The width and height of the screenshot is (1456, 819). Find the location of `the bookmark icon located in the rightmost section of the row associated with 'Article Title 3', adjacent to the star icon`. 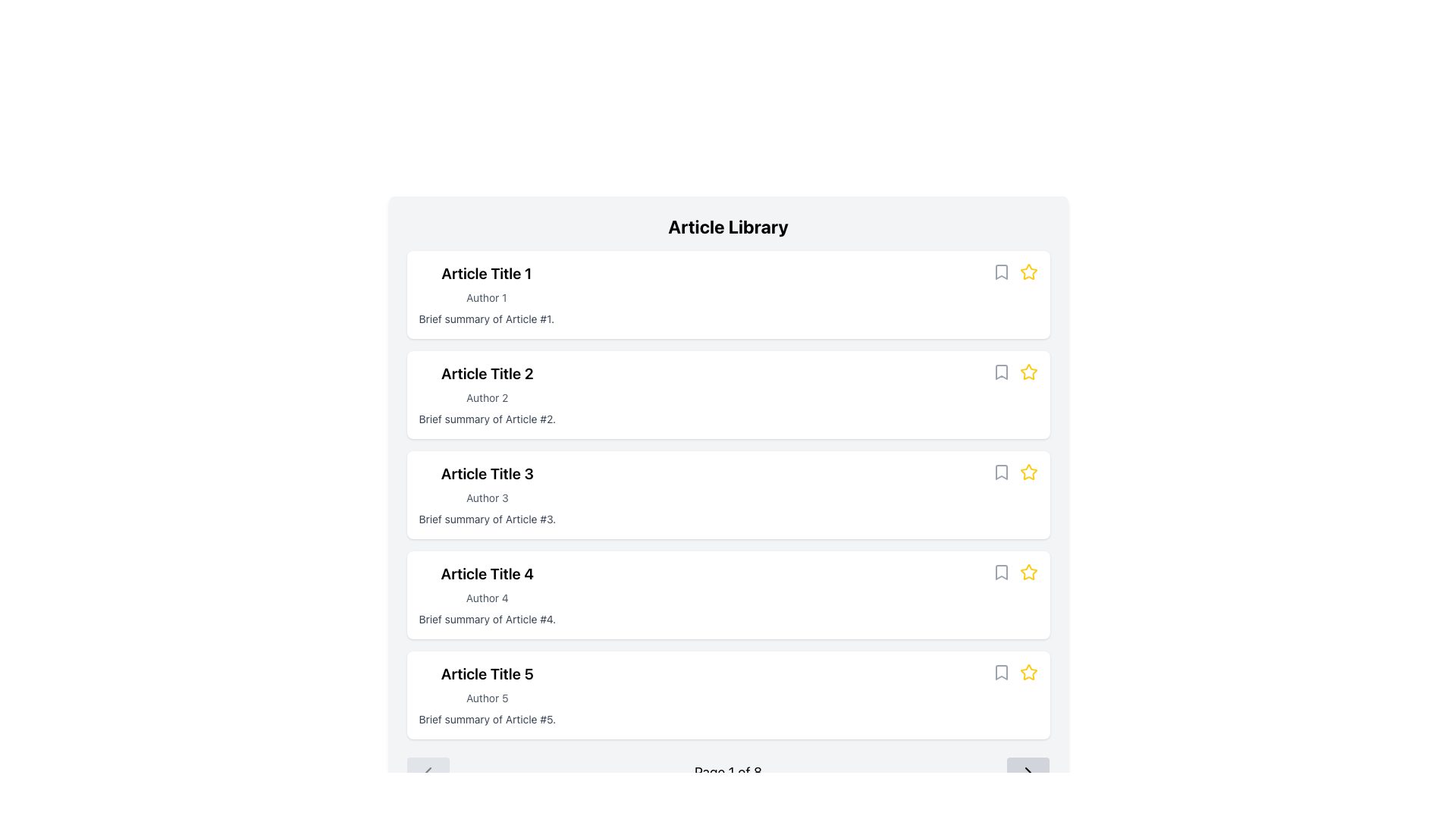

the bookmark icon located in the rightmost section of the row associated with 'Article Title 3', adjacent to the star icon is located at coordinates (1001, 472).